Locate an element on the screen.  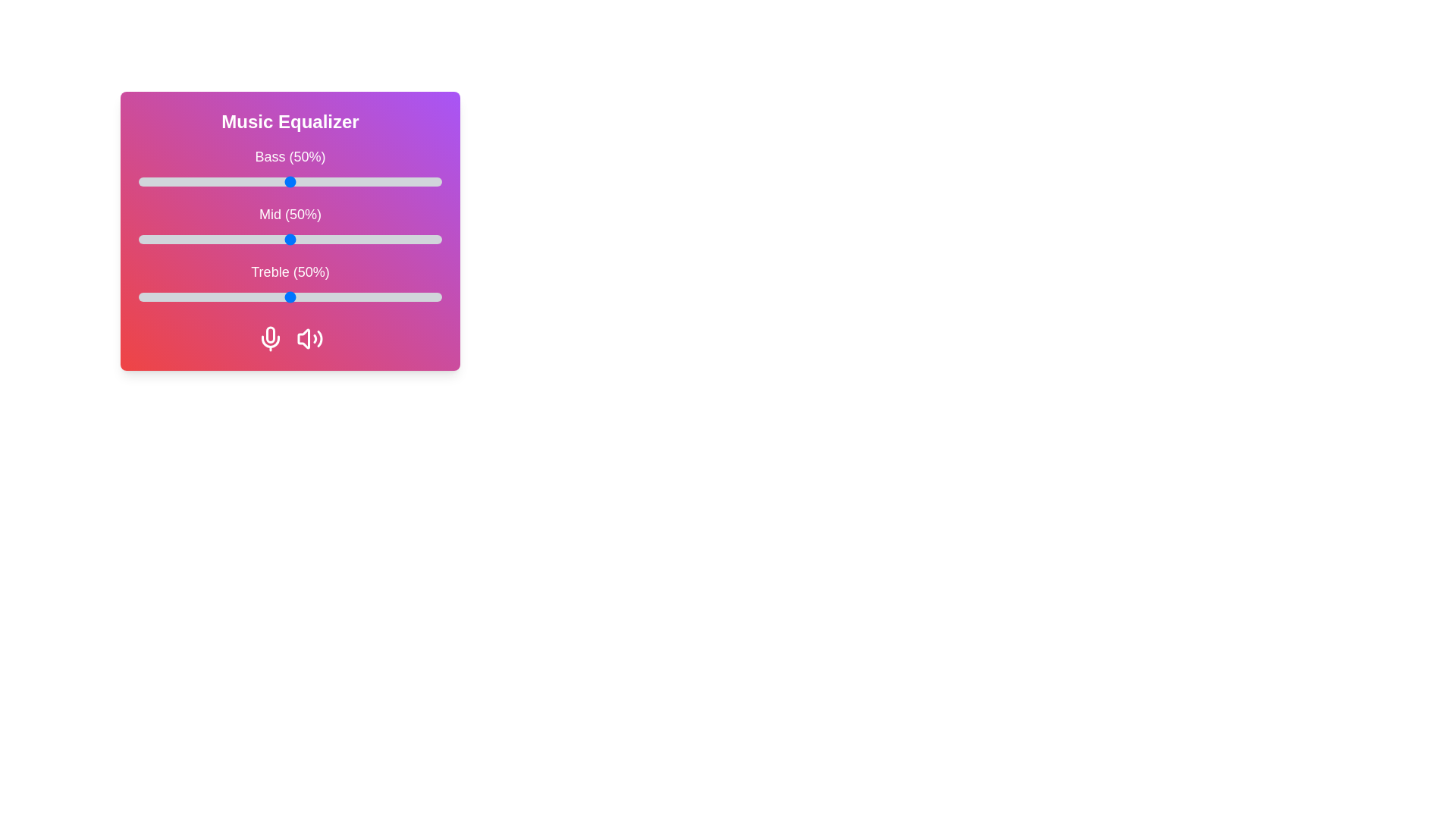
the microphone icon is located at coordinates (270, 338).